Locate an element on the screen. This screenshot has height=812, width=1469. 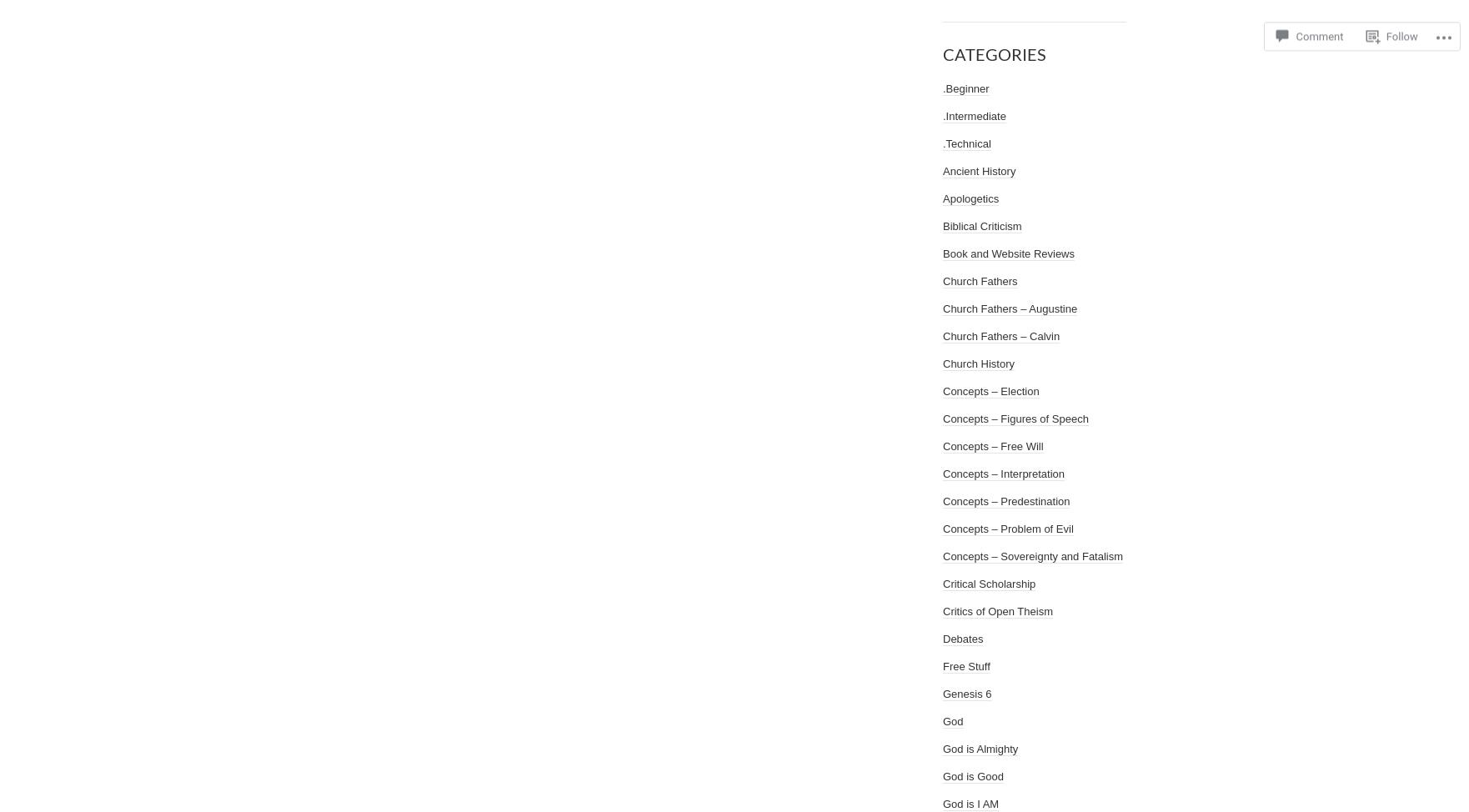
'Concepts – Figures of Speech' is located at coordinates (1015, 419).